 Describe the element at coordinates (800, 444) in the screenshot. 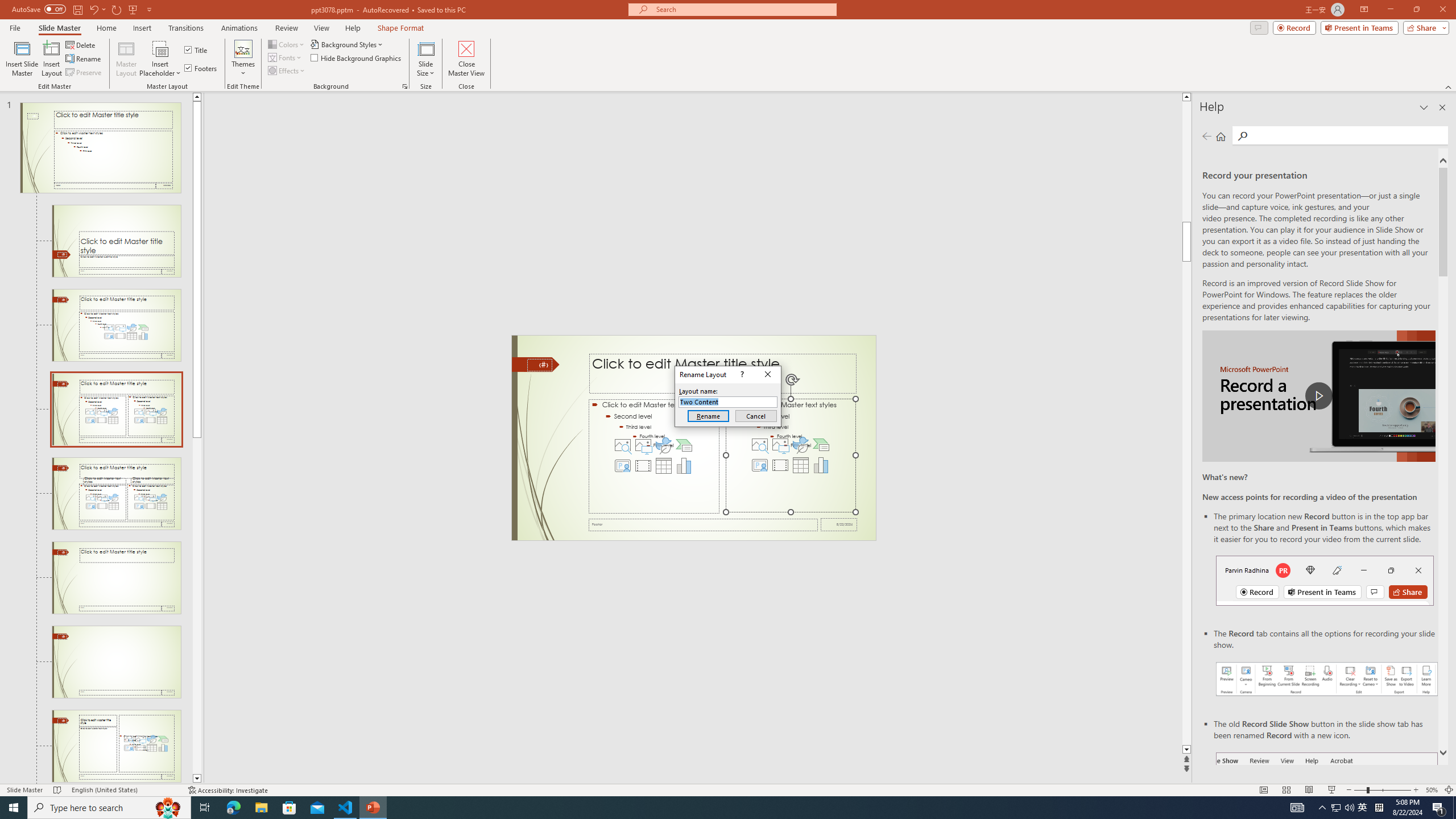

I see `'Insert an Icon'` at that location.